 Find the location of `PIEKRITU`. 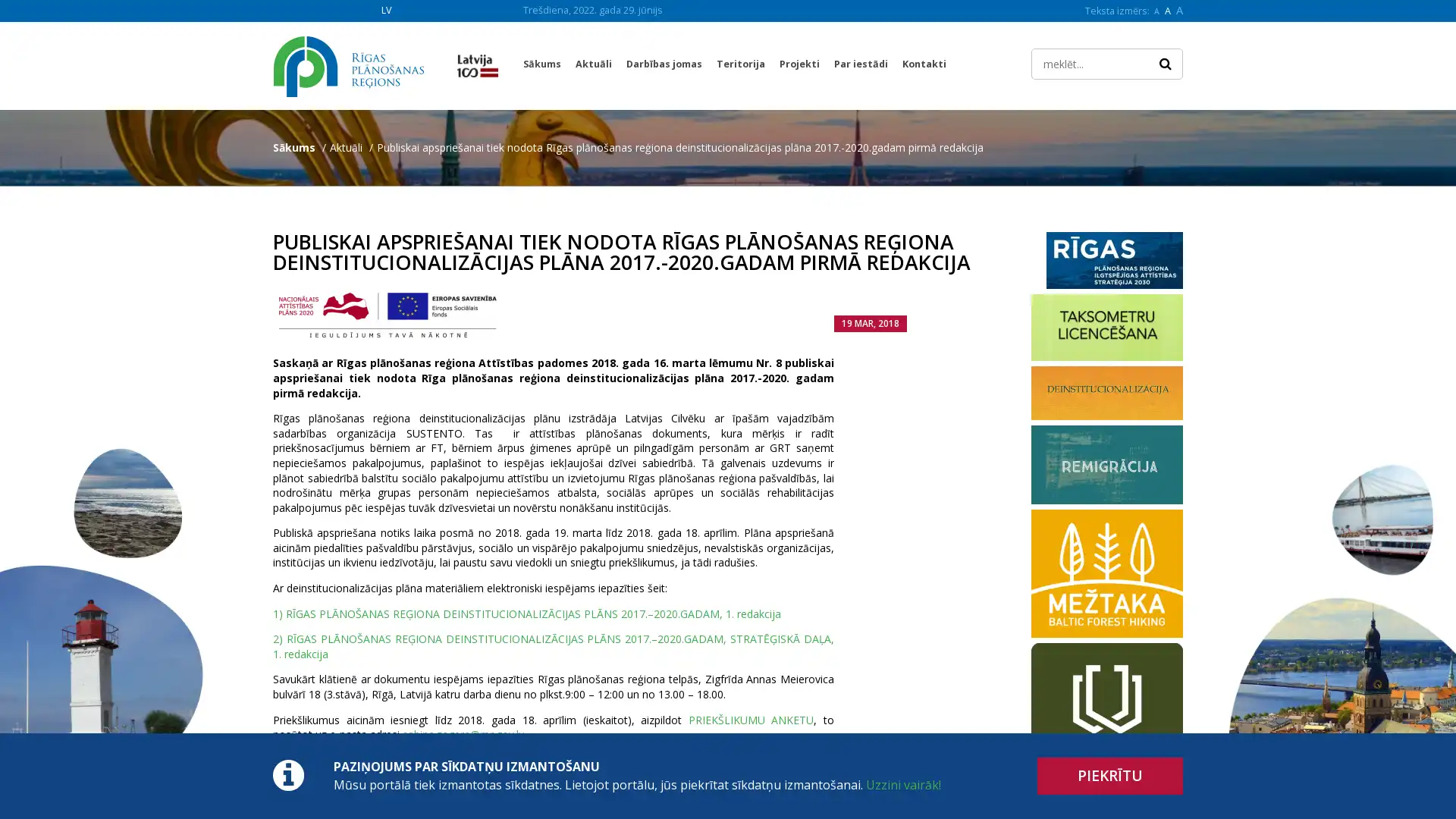

PIEKRITU is located at coordinates (1110, 776).